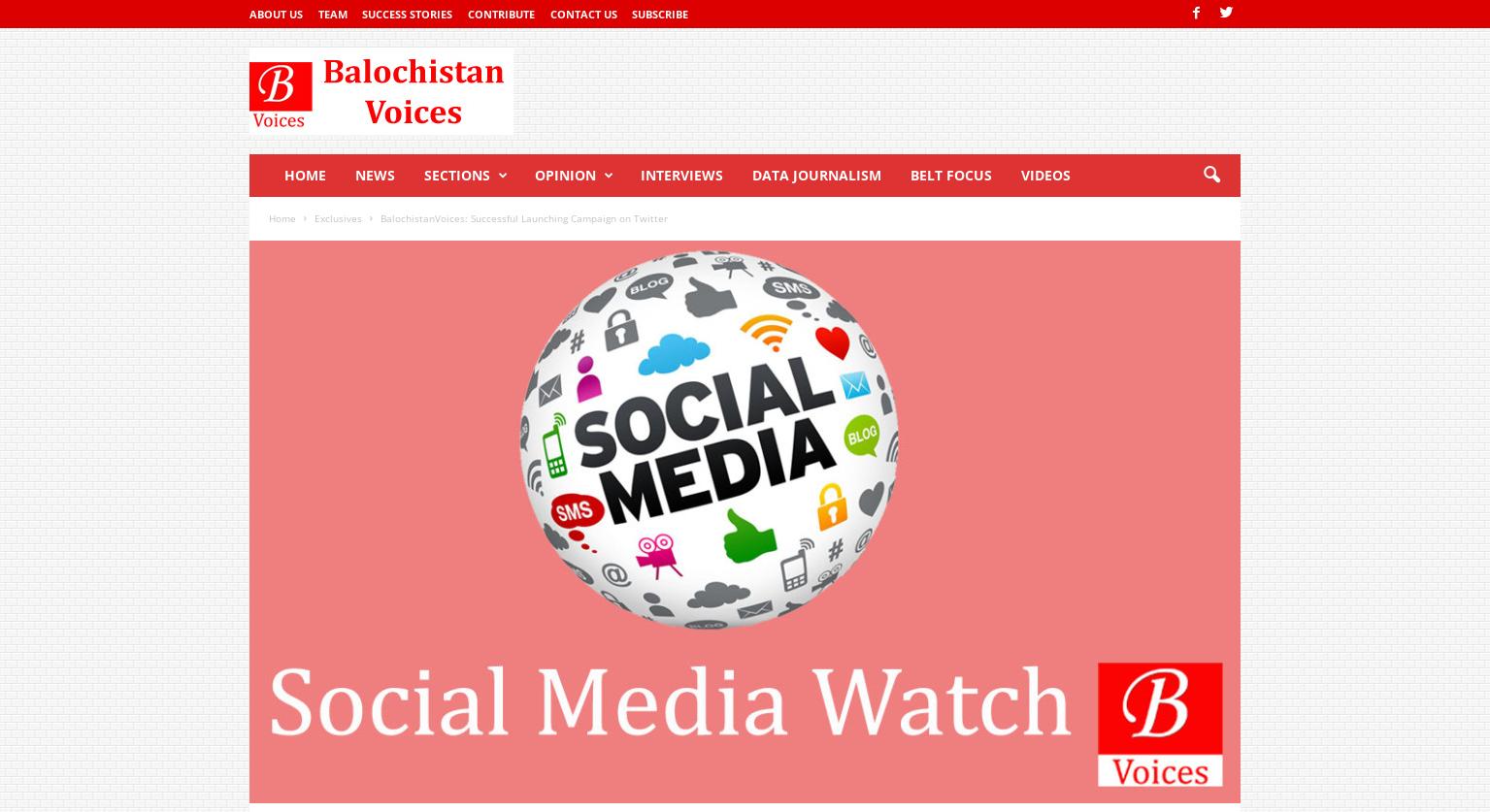 The width and height of the screenshot is (1490, 812). What do you see at coordinates (499, 14) in the screenshot?
I see `'Contribute'` at bounding box center [499, 14].